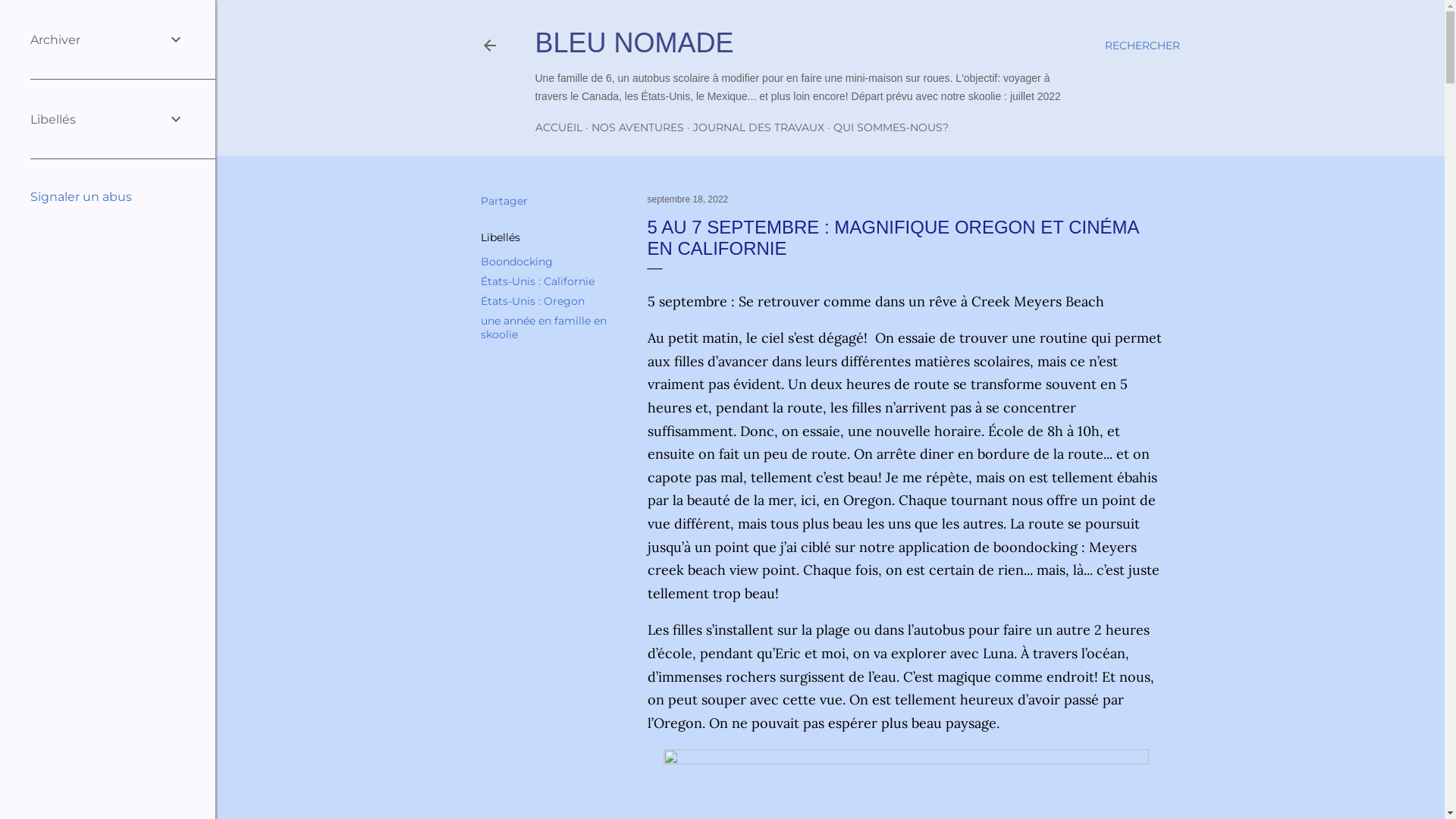  What do you see at coordinates (30, 196) in the screenshot?
I see `'Signaler un abus'` at bounding box center [30, 196].